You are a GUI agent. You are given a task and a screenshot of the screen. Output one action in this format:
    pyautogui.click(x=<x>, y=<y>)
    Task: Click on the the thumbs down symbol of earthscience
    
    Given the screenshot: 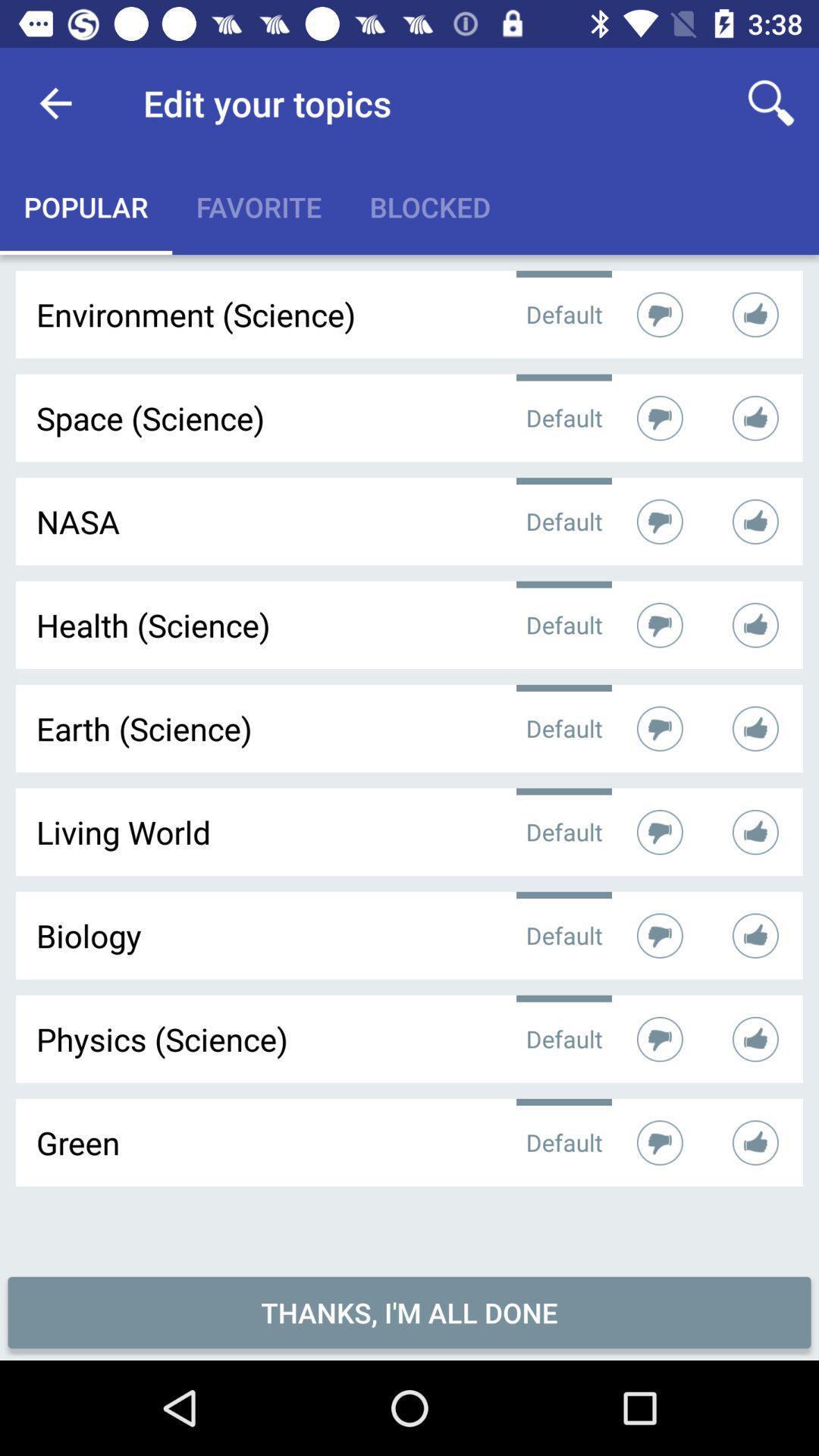 What is the action you would take?
    pyautogui.click(x=659, y=728)
    